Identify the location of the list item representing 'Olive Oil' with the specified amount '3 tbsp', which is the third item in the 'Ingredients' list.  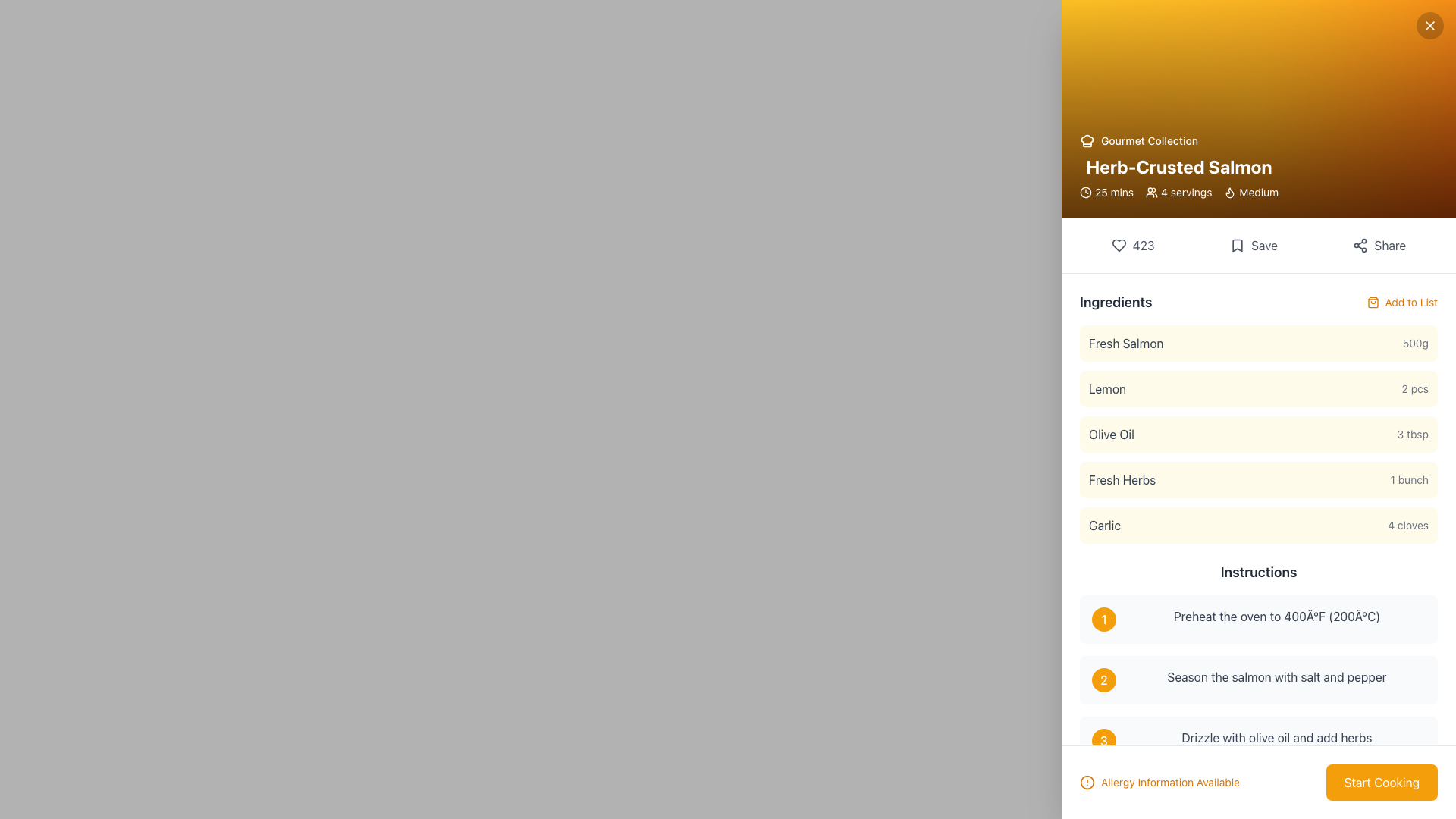
(1259, 435).